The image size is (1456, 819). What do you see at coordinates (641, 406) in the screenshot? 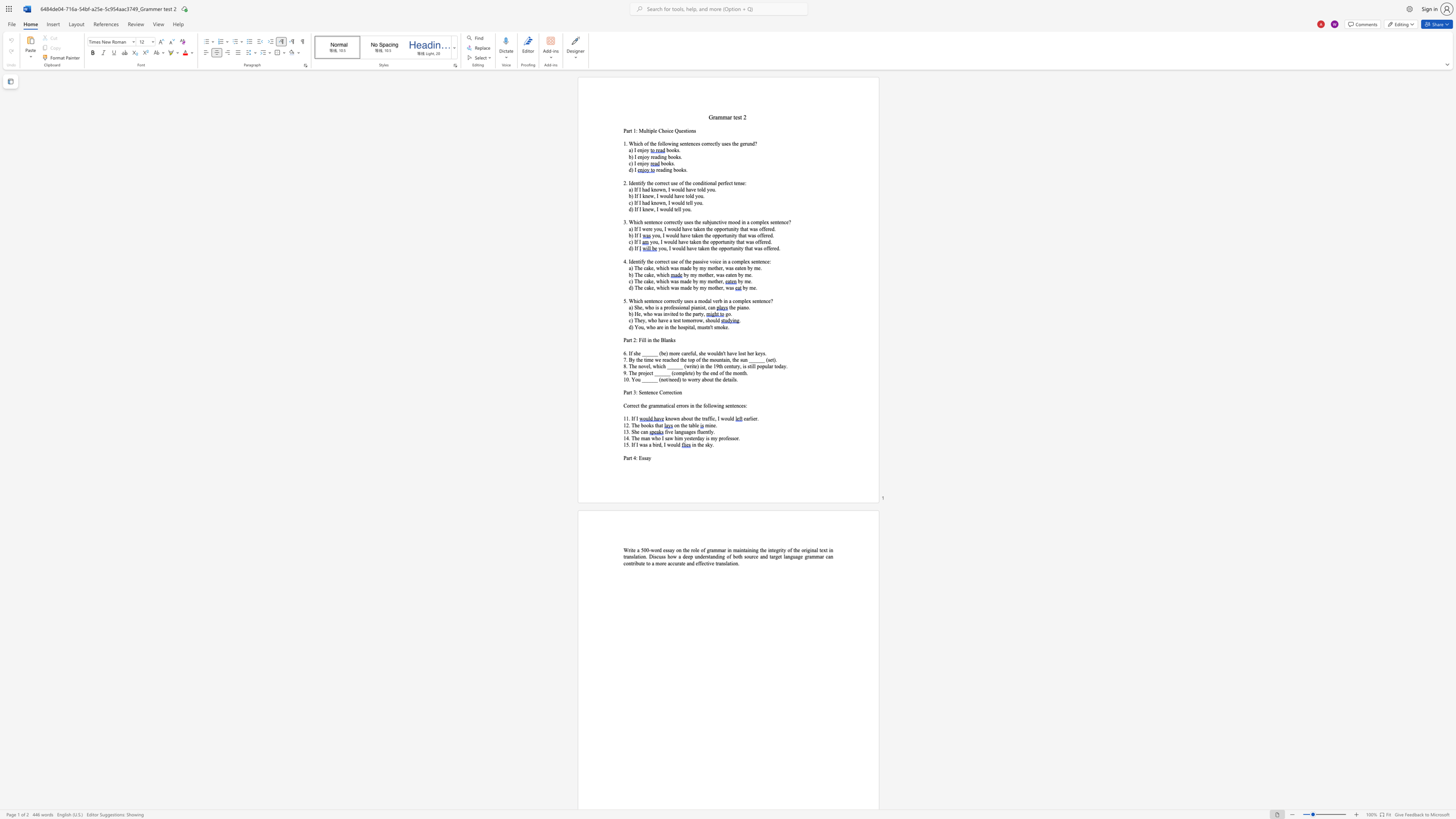
I see `the subset text "he grammati" within the text "Correct the grammatical errors in the following sentences:"` at bounding box center [641, 406].